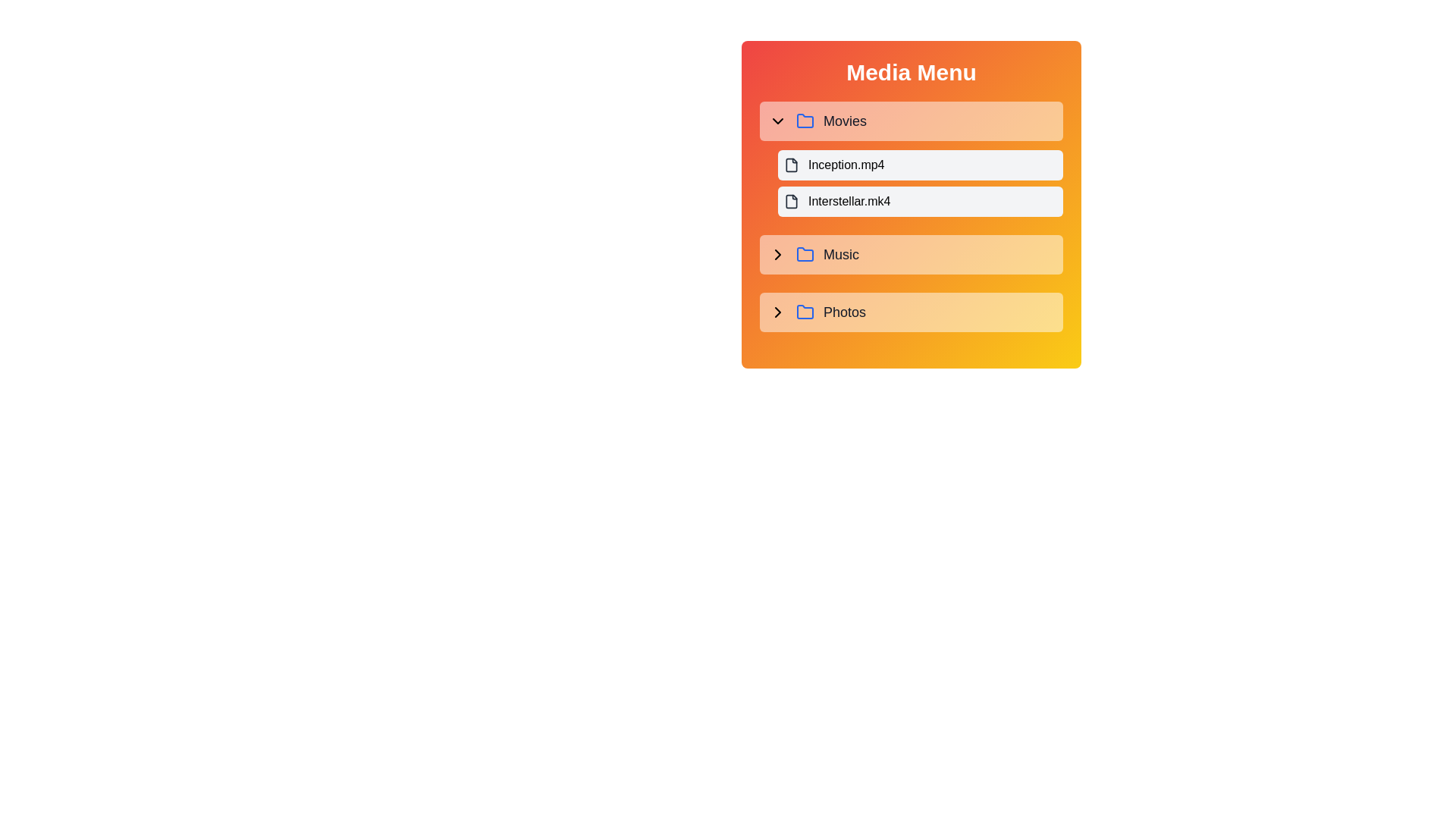 This screenshot has height=819, width=1456. What do you see at coordinates (848, 201) in the screenshot?
I see `the static text label representing the file 'Interstellar.mk4' located` at bounding box center [848, 201].